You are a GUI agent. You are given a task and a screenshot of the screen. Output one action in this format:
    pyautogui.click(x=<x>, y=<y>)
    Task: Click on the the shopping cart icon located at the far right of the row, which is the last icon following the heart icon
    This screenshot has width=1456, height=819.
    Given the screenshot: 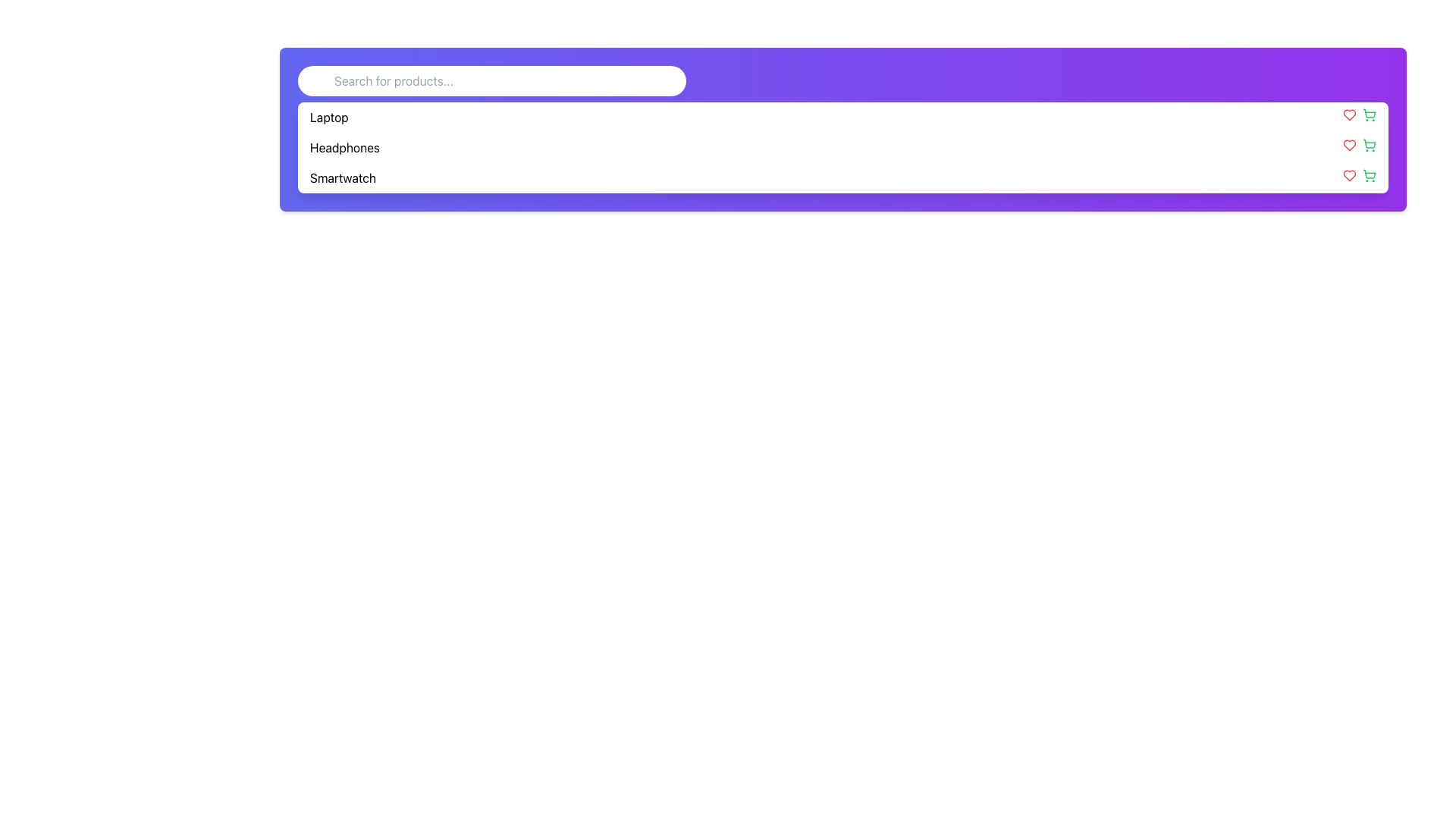 What is the action you would take?
    pyautogui.click(x=1369, y=174)
    